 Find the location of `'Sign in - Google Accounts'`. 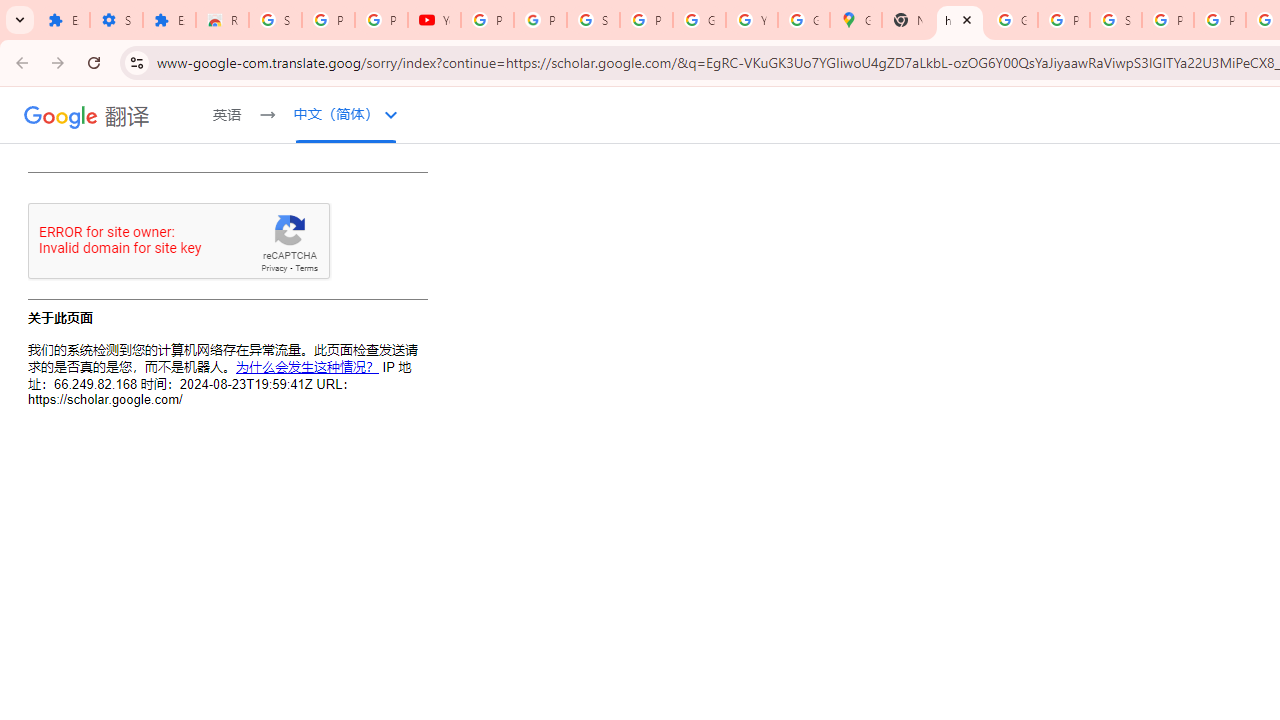

'Sign in - Google Accounts' is located at coordinates (592, 20).